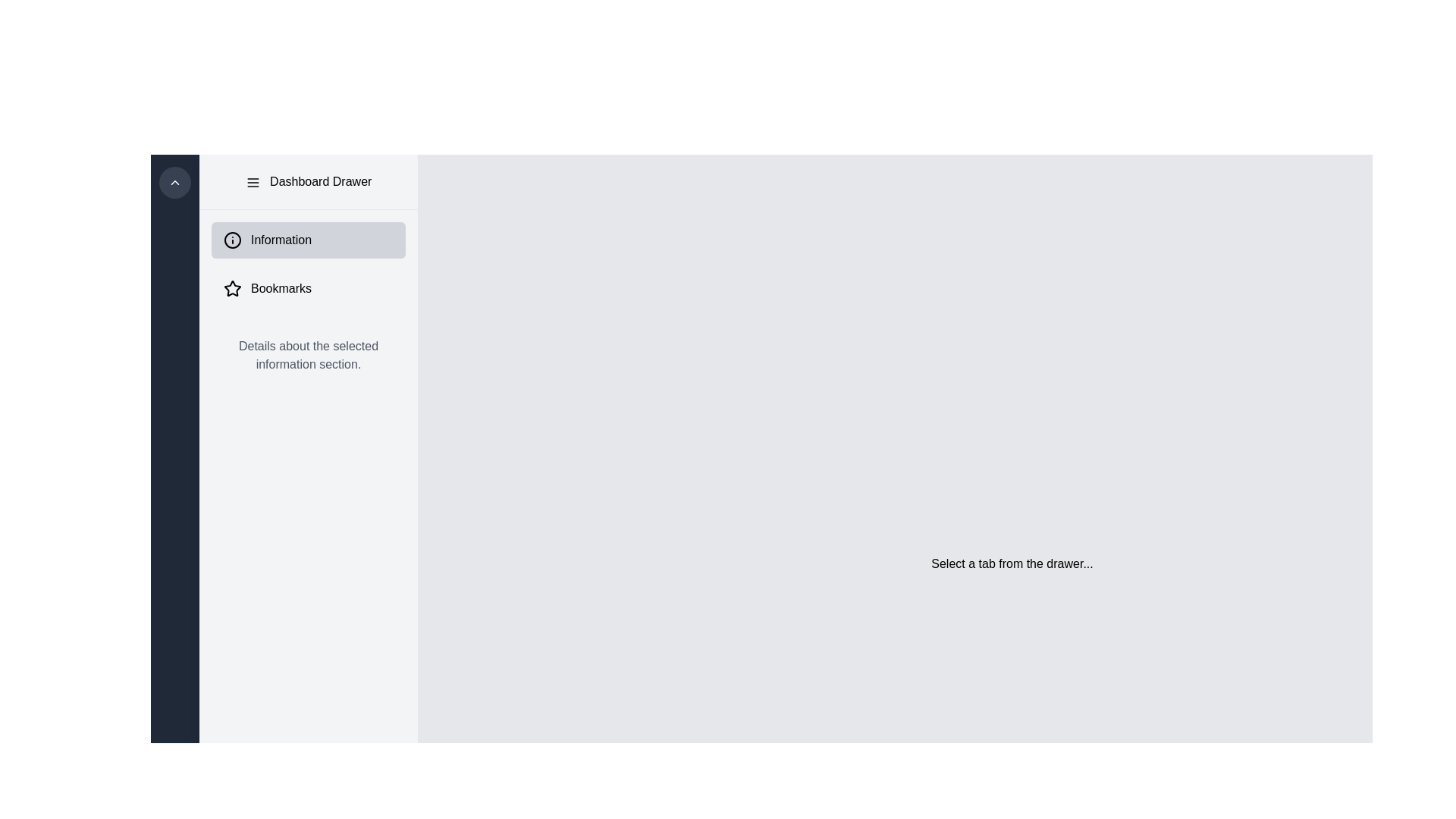 This screenshot has height=819, width=1456. I want to click on the hamburger menu icon located in the header of the 'Dashboard Drawer' sidebar, so click(253, 181).